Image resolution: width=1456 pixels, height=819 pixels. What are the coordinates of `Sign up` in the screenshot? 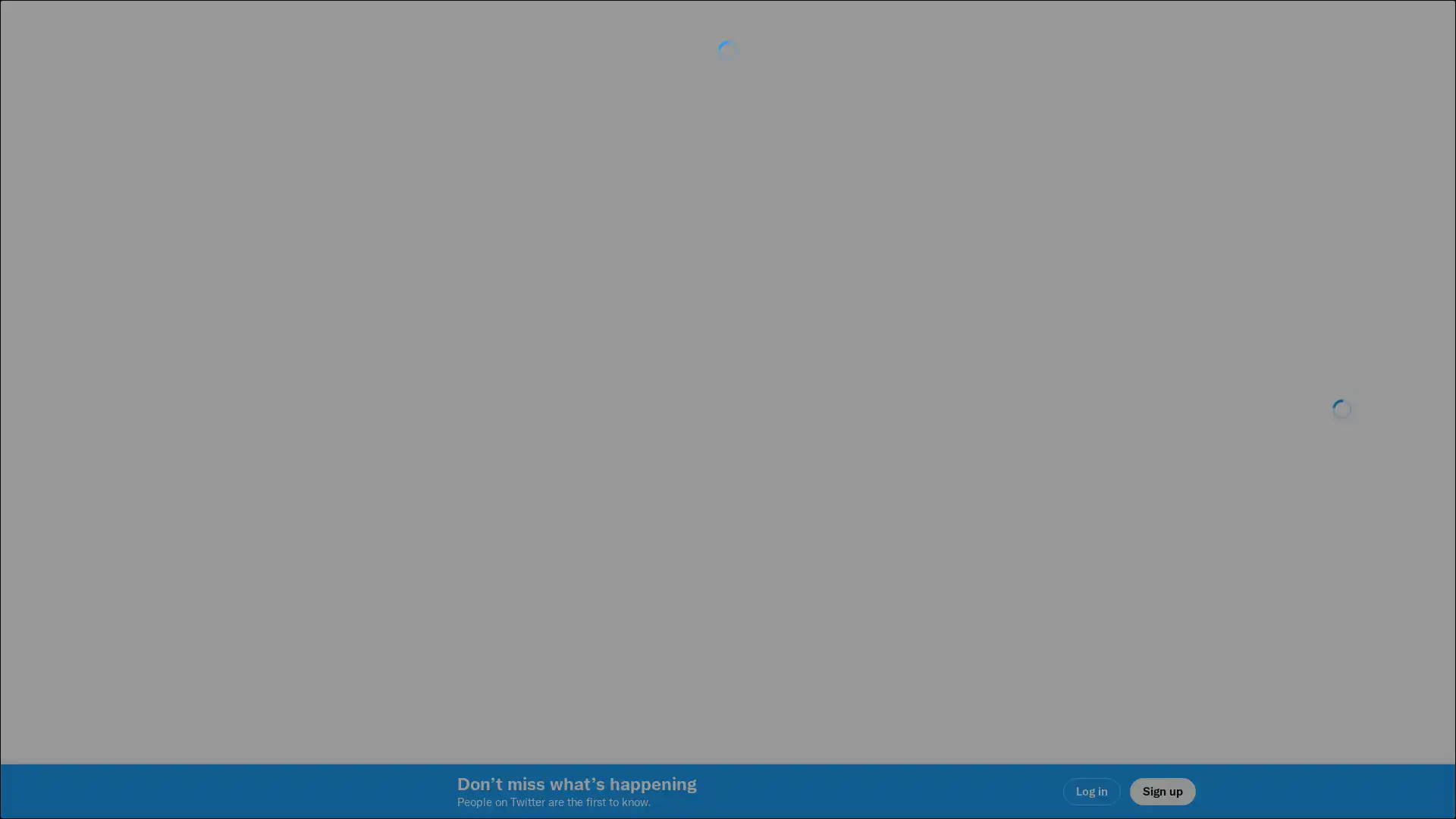 It's located at (548, 516).